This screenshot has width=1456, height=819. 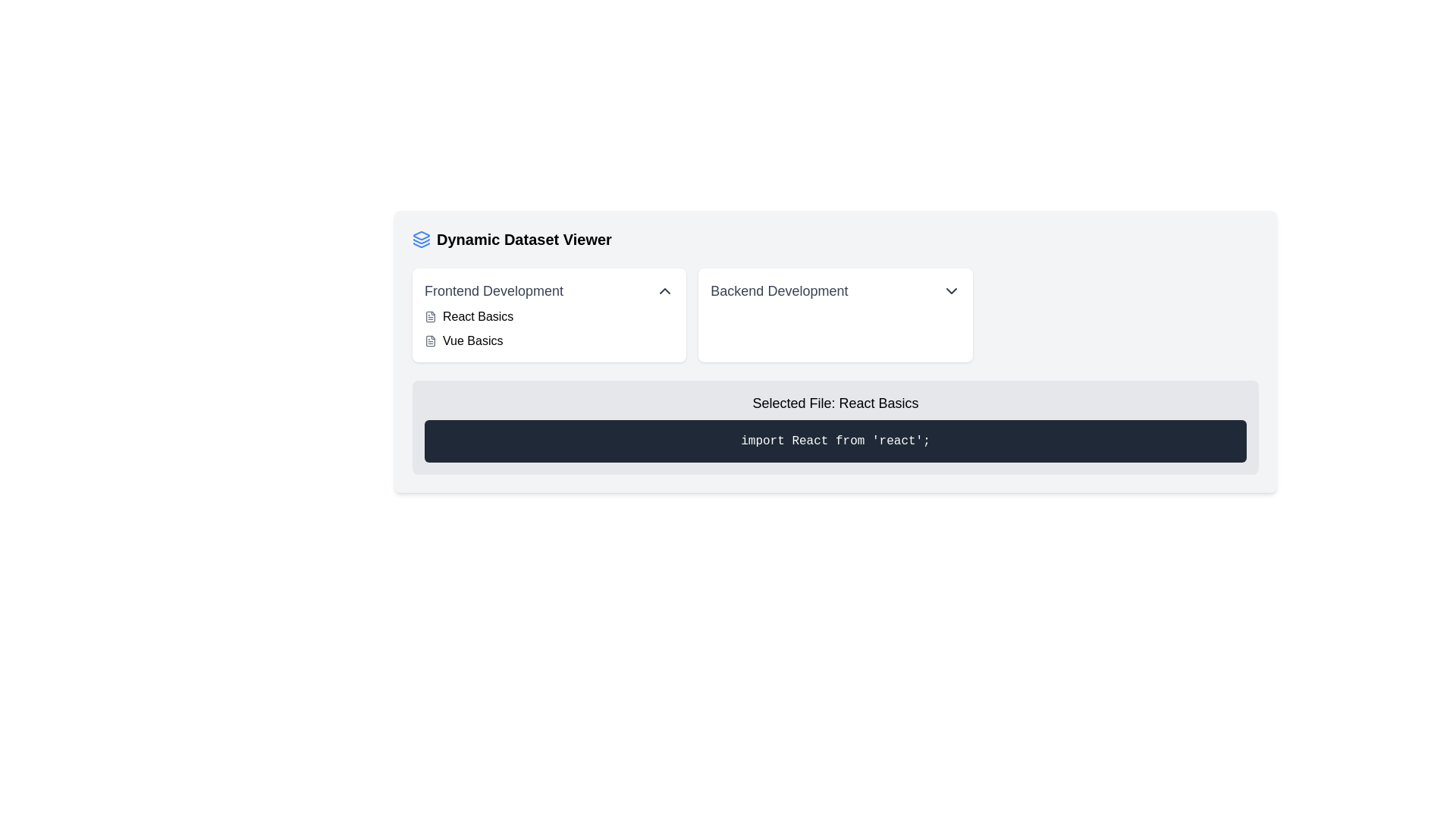 I want to click on the Dropdown header located on the left panel near the top, above 'React Basics' and 'Vue Basics', so click(x=548, y=291).